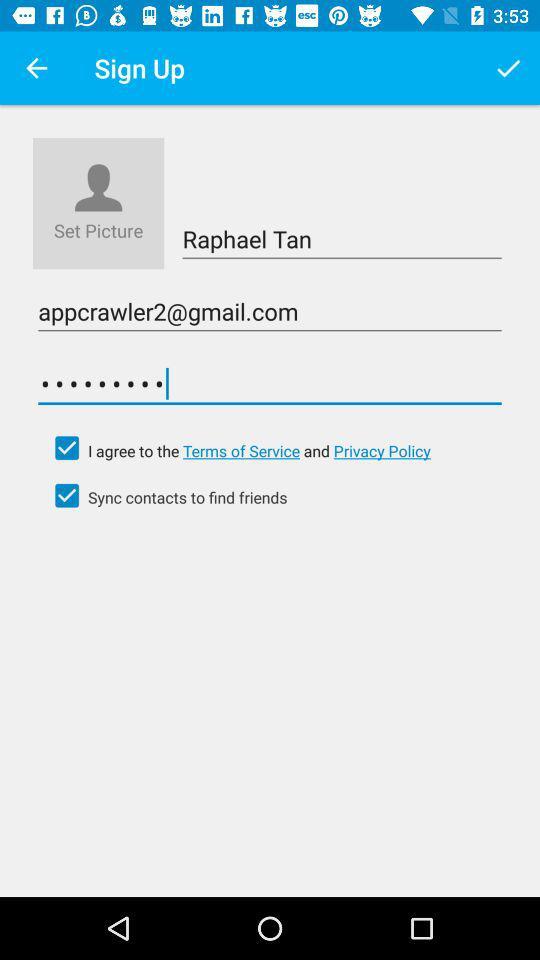 Image resolution: width=540 pixels, height=960 pixels. I want to click on do n't agree to terms of service, so click(67, 448).